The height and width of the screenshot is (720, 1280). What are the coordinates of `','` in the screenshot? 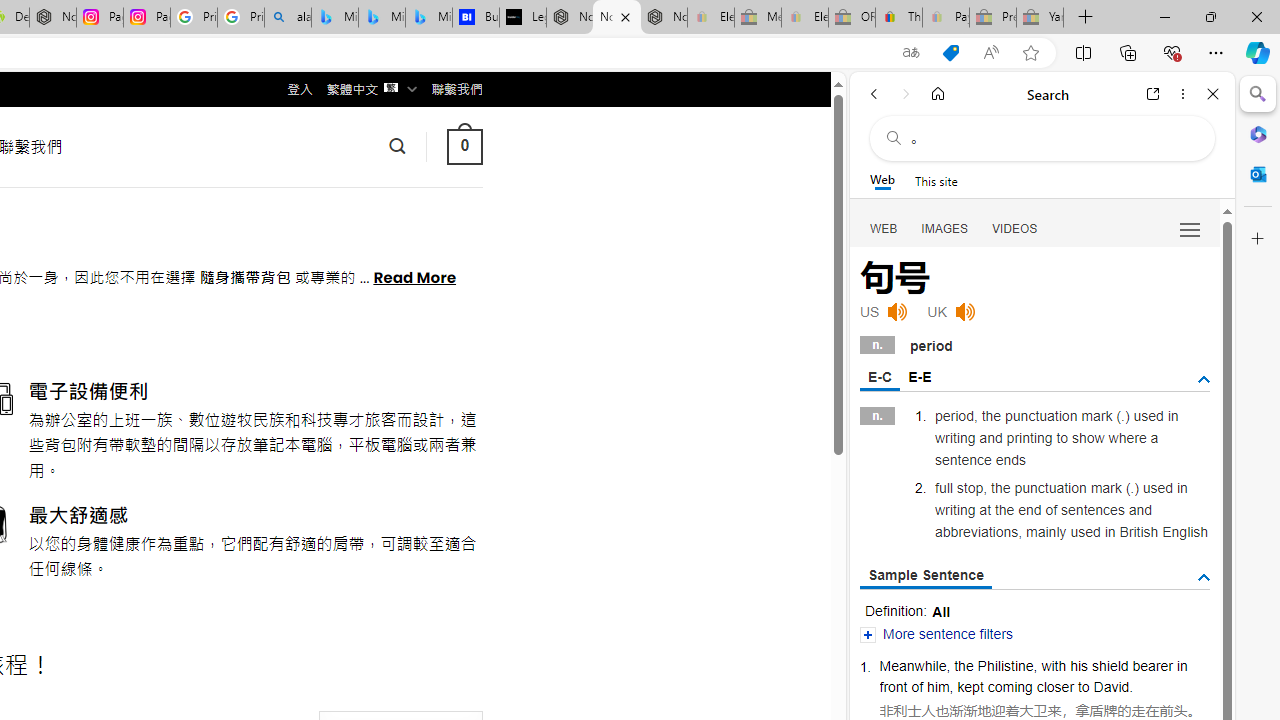 It's located at (947, 666).